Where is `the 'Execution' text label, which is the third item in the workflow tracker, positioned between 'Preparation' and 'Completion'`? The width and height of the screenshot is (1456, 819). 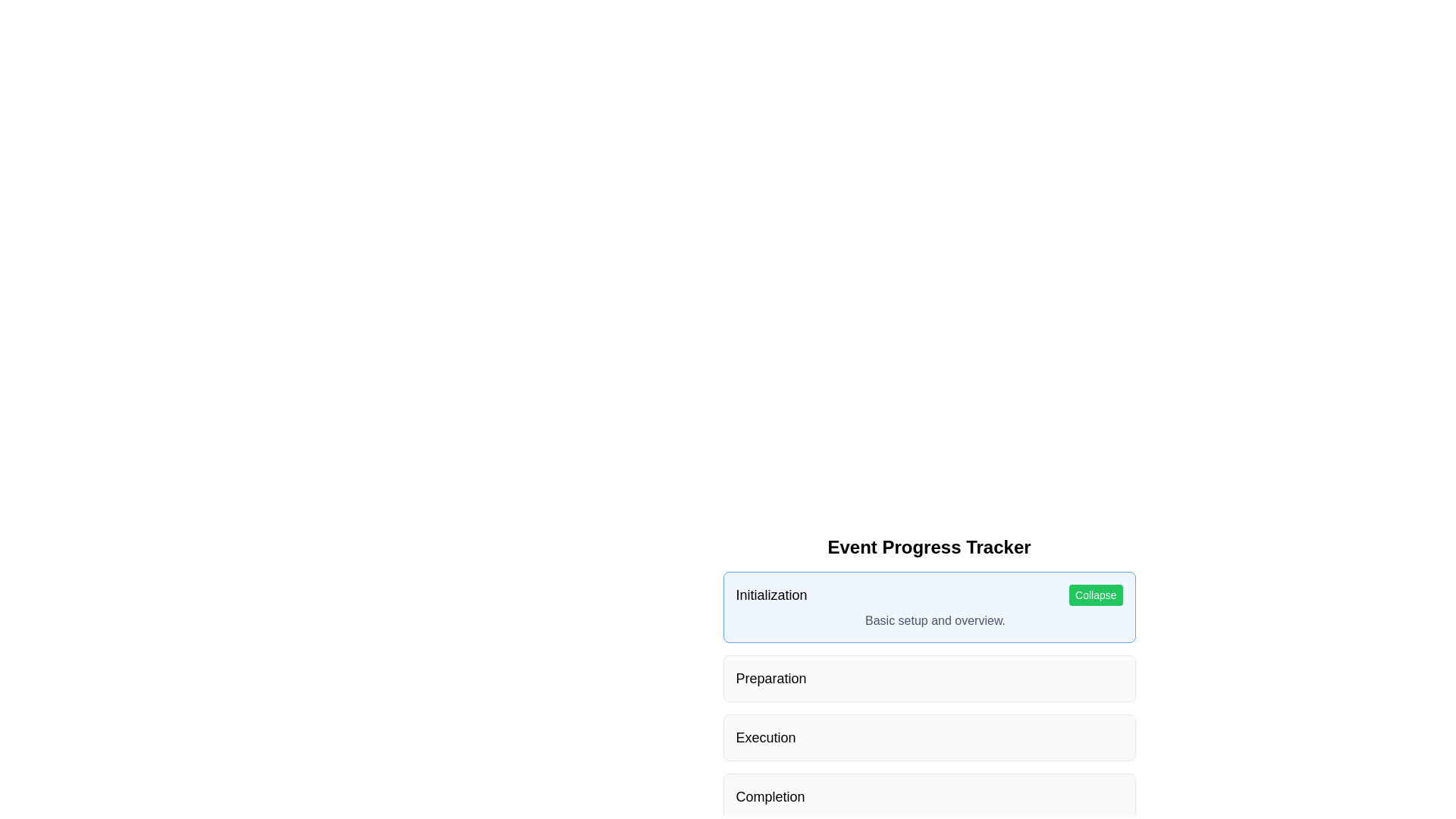
the 'Execution' text label, which is the third item in the workflow tracker, positioned between 'Preparation' and 'Completion' is located at coordinates (766, 736).